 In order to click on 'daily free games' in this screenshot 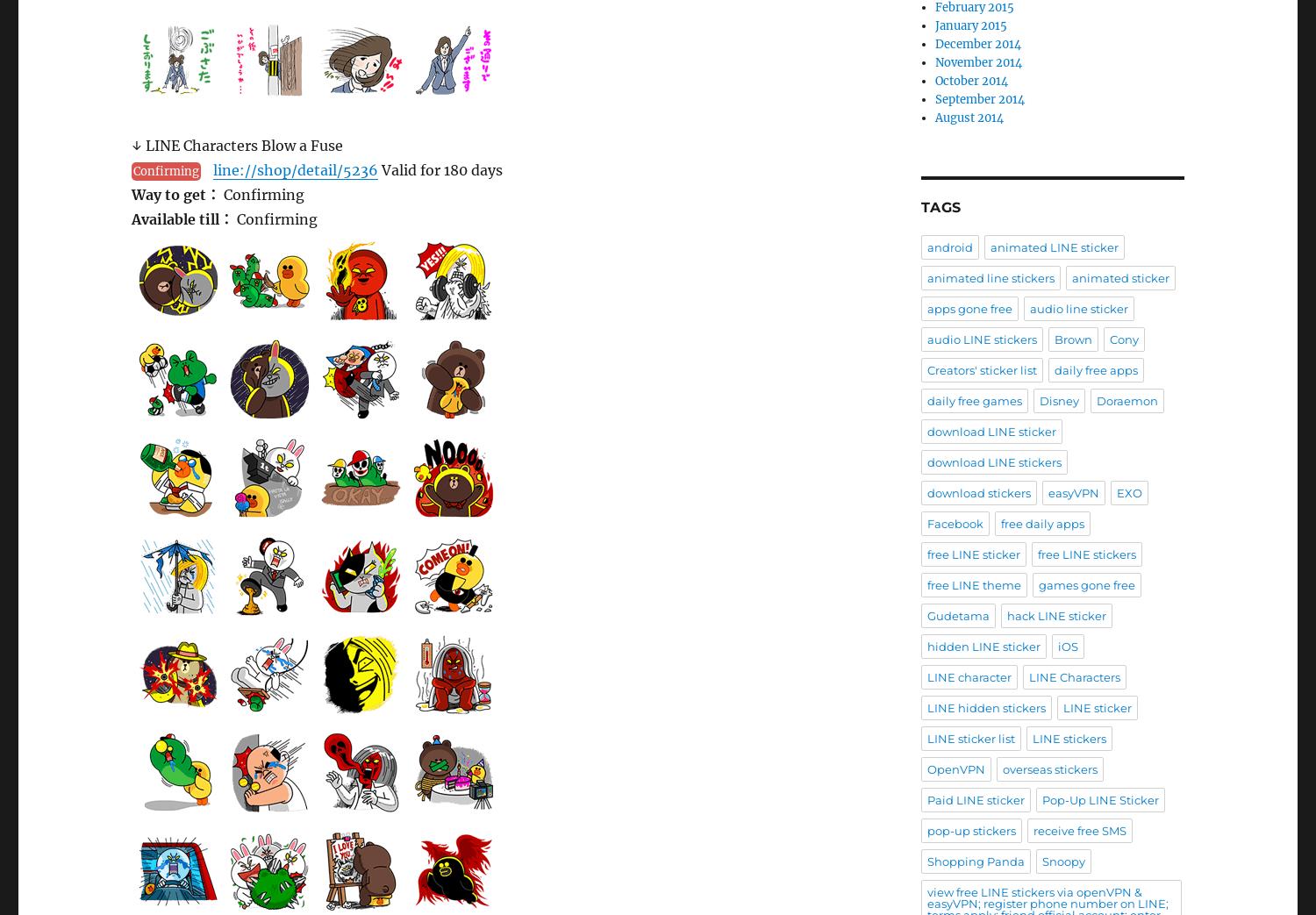, I will do `click(974, 398)`.